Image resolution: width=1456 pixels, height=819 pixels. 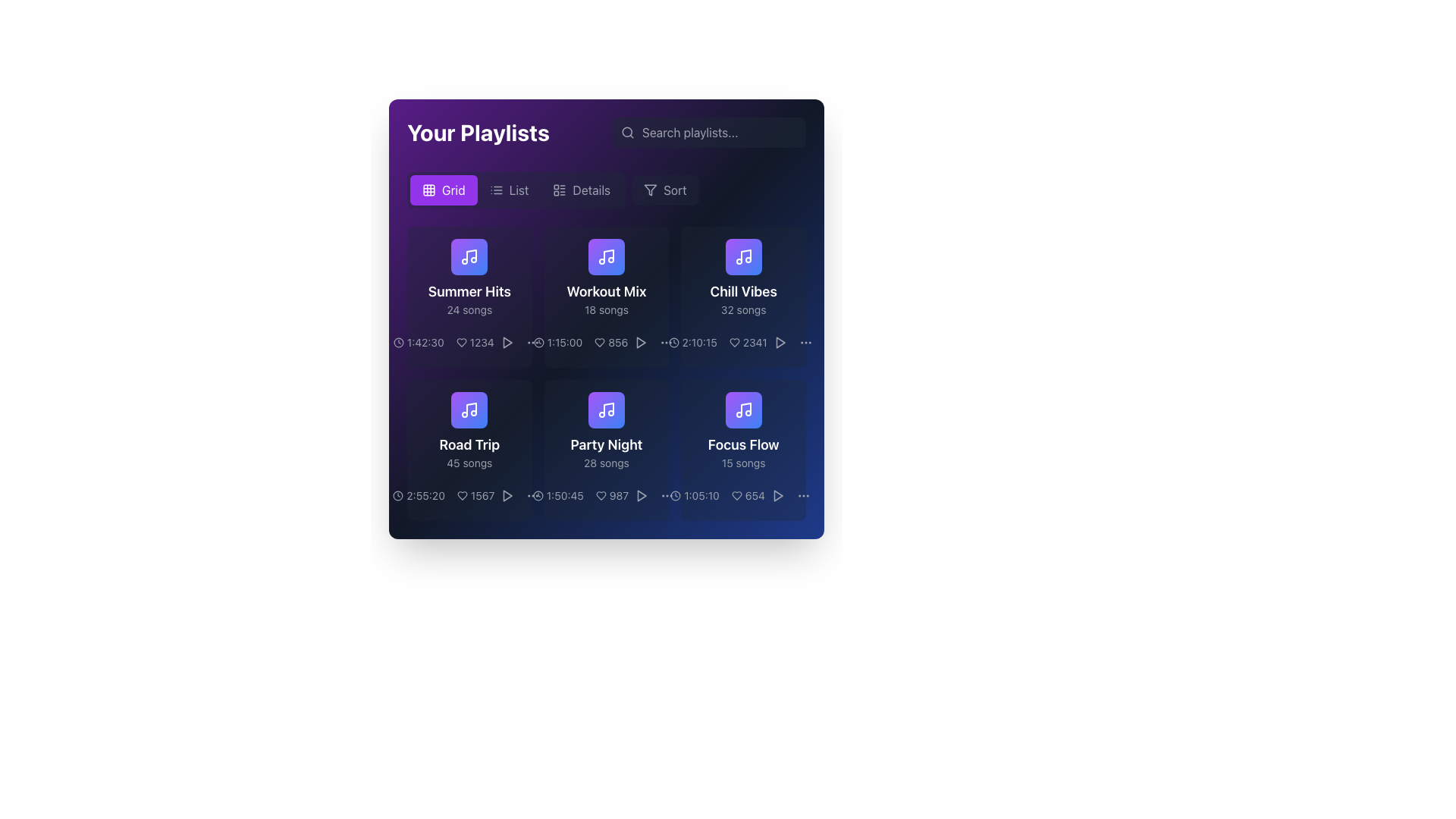 What do you see at coordinates (743, 462) in the screenshot?
I see `the text label displaying the number of songs in the 'Focus Flow' playlist, located in the bottom-right card of the playlist grid view` at bounding box center [743, 462].